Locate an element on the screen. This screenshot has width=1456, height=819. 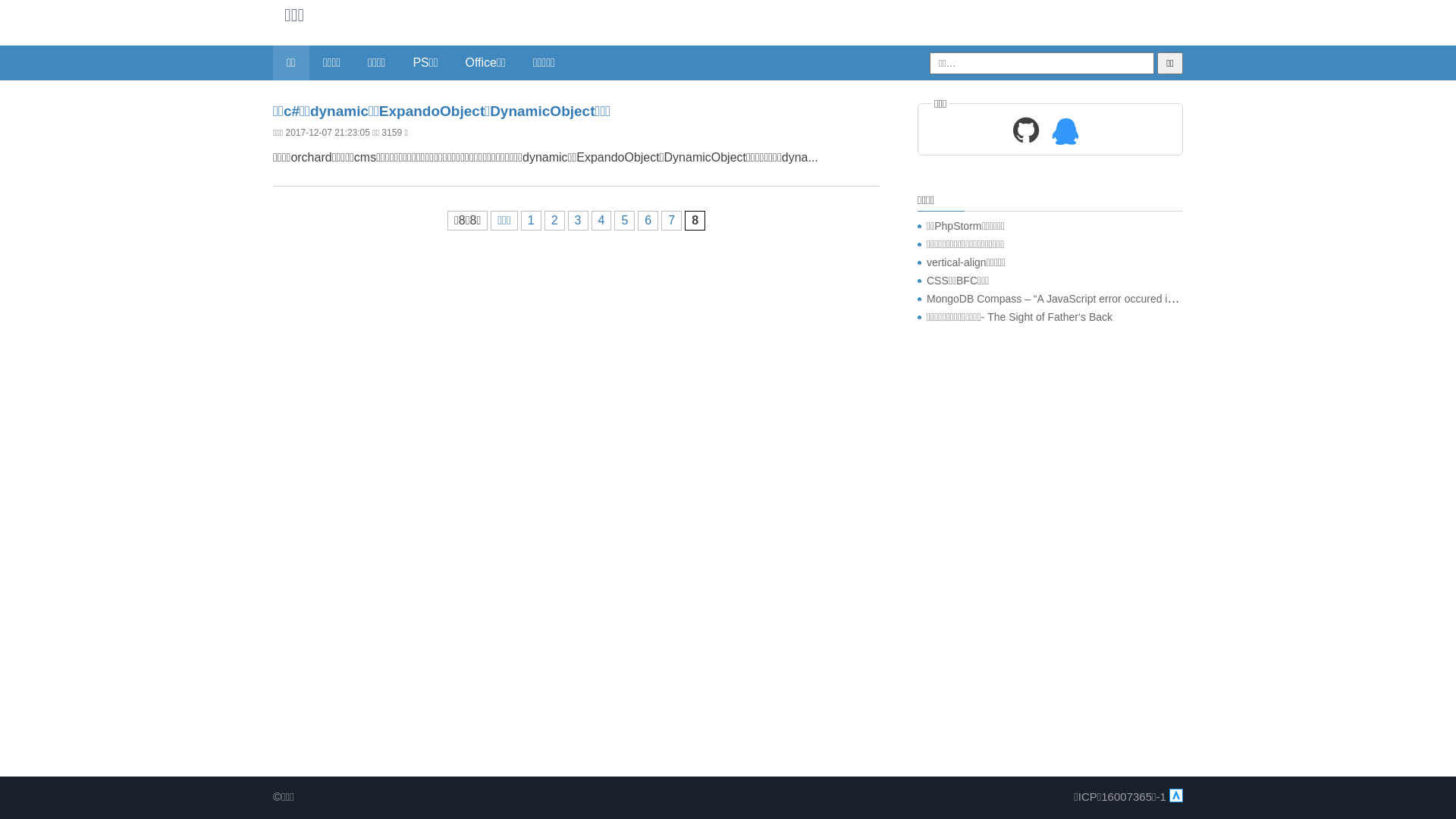
'4' is located at coordinates (601, 220).